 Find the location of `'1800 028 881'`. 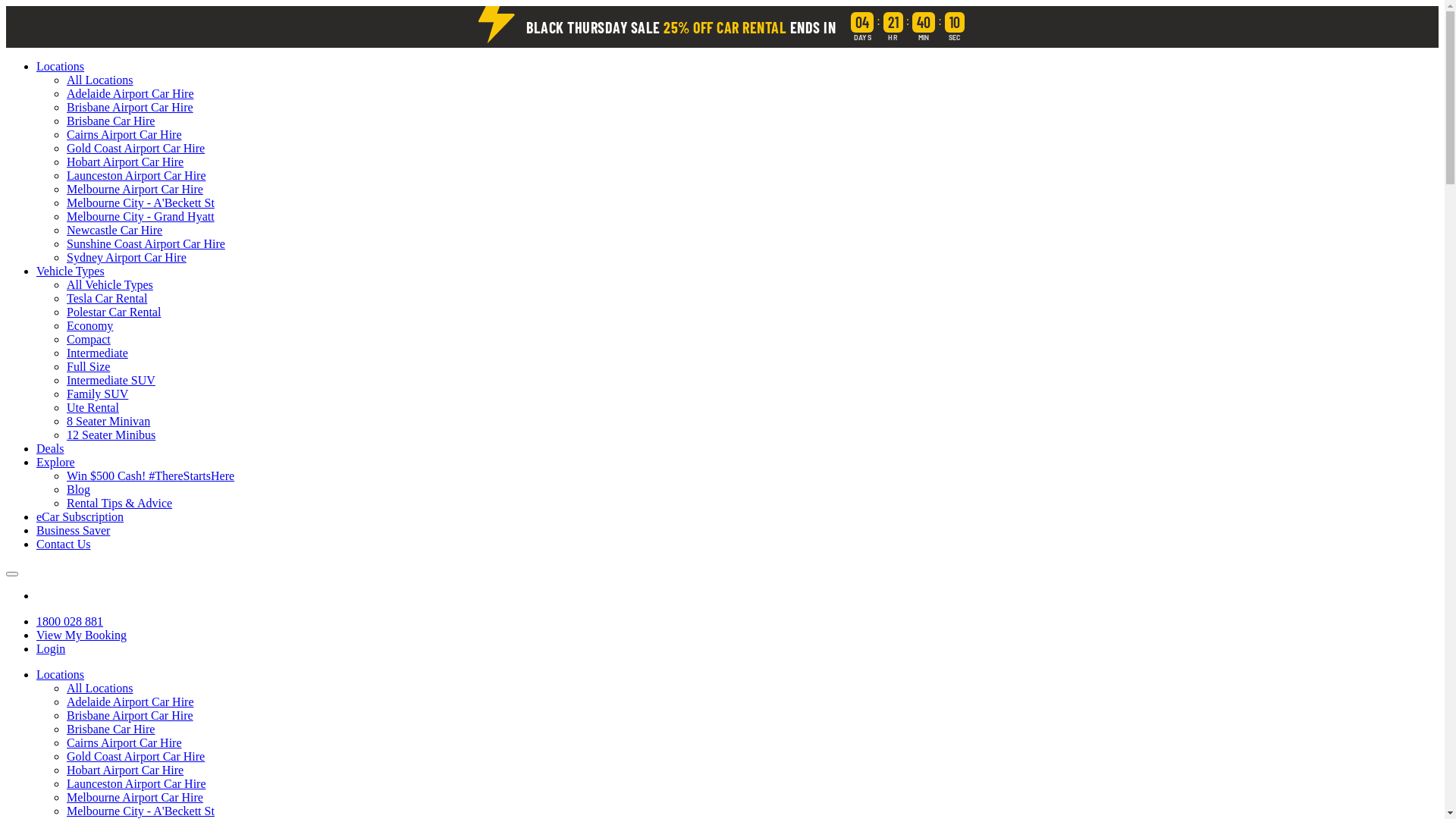

'1800 028 881' is located at coordinates (36, 621).